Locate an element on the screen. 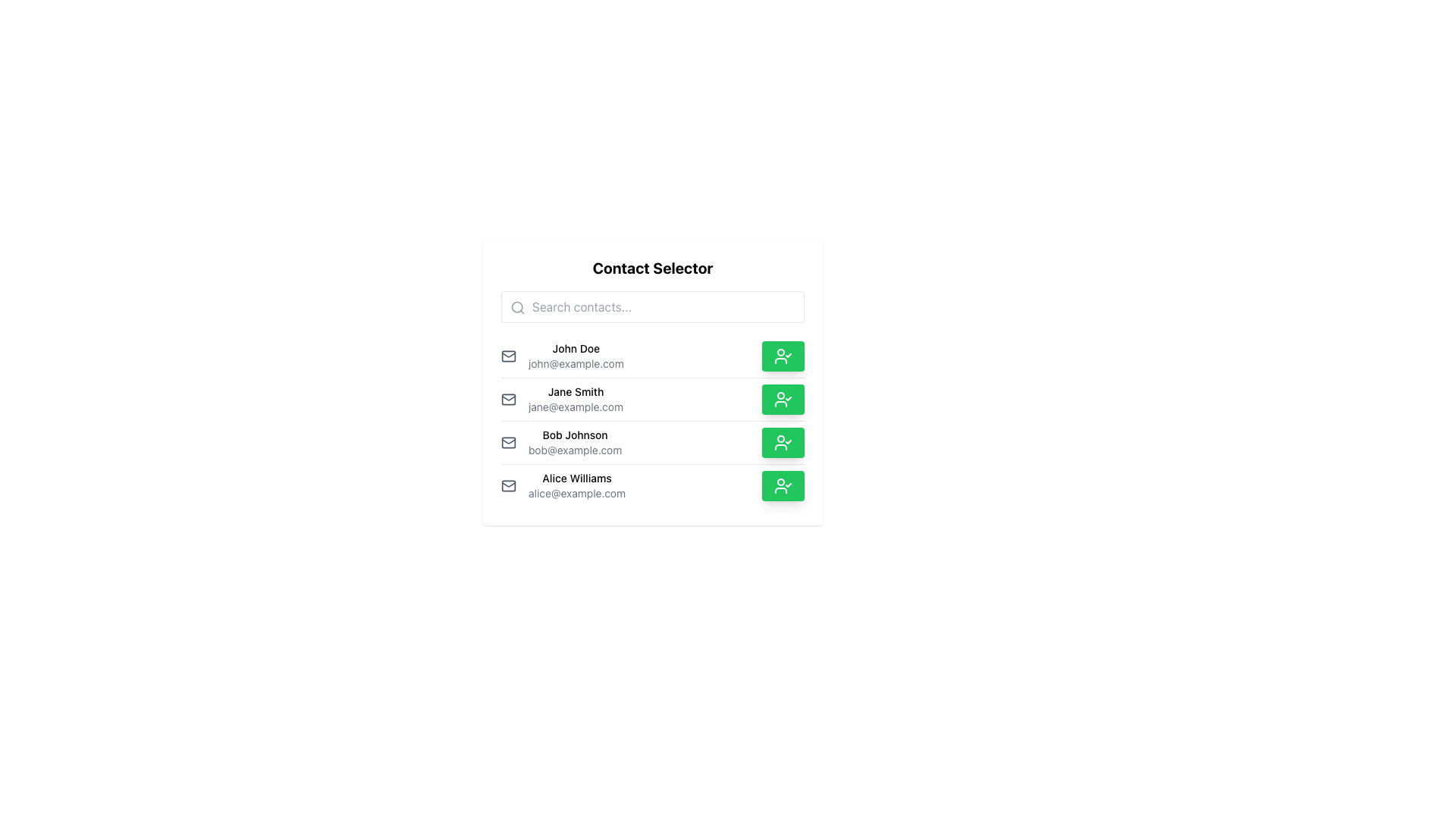  the button containing the user icon with a checkmark for 'Bob Johnson' is located at coordinates (783, 442).